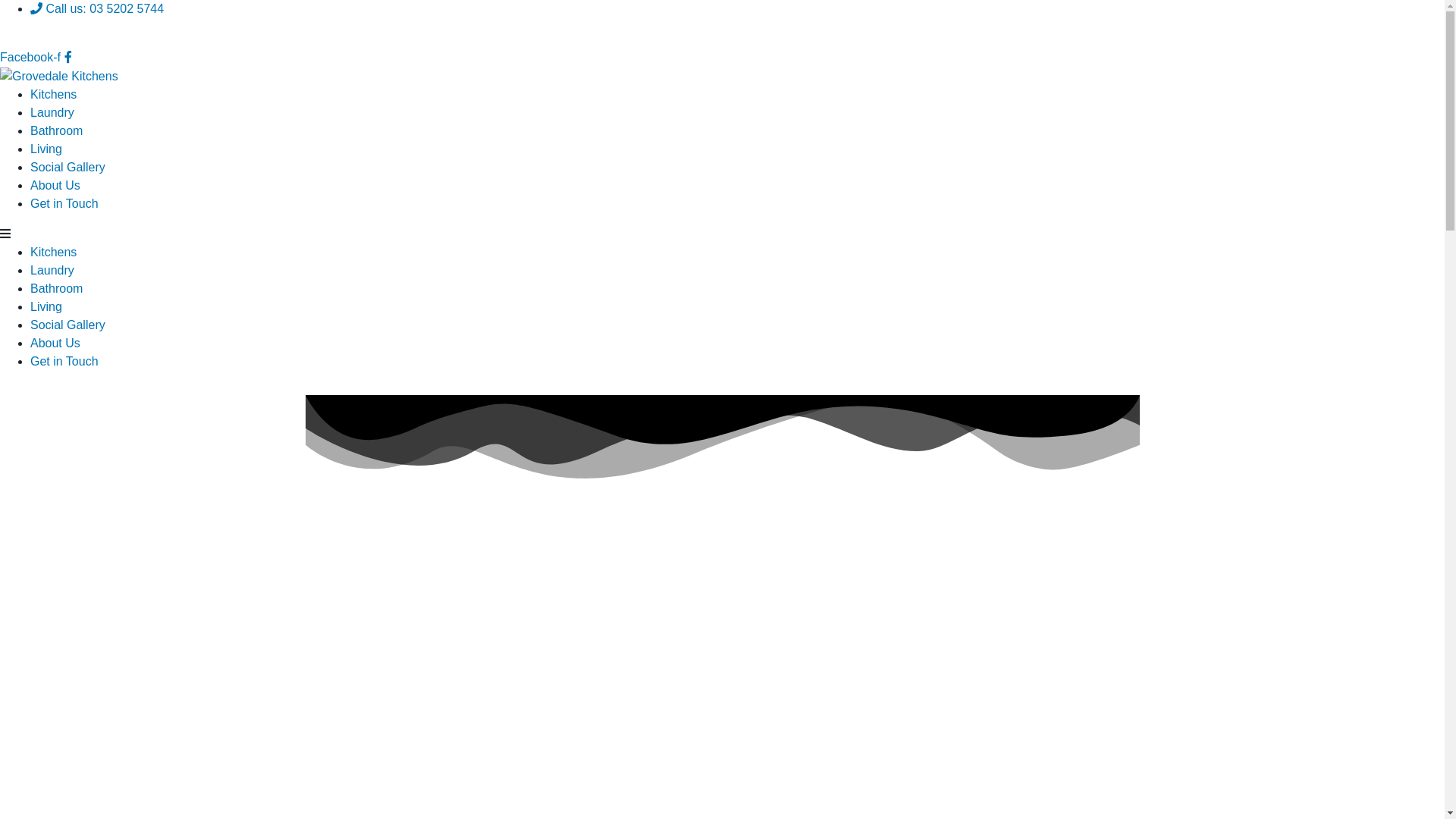 The width and height of the screenshot is (1456, 819). Describe the element at coordinates (96, 8) in the screenshot. I see `'Call us: 03 5202 5744'` at that location.